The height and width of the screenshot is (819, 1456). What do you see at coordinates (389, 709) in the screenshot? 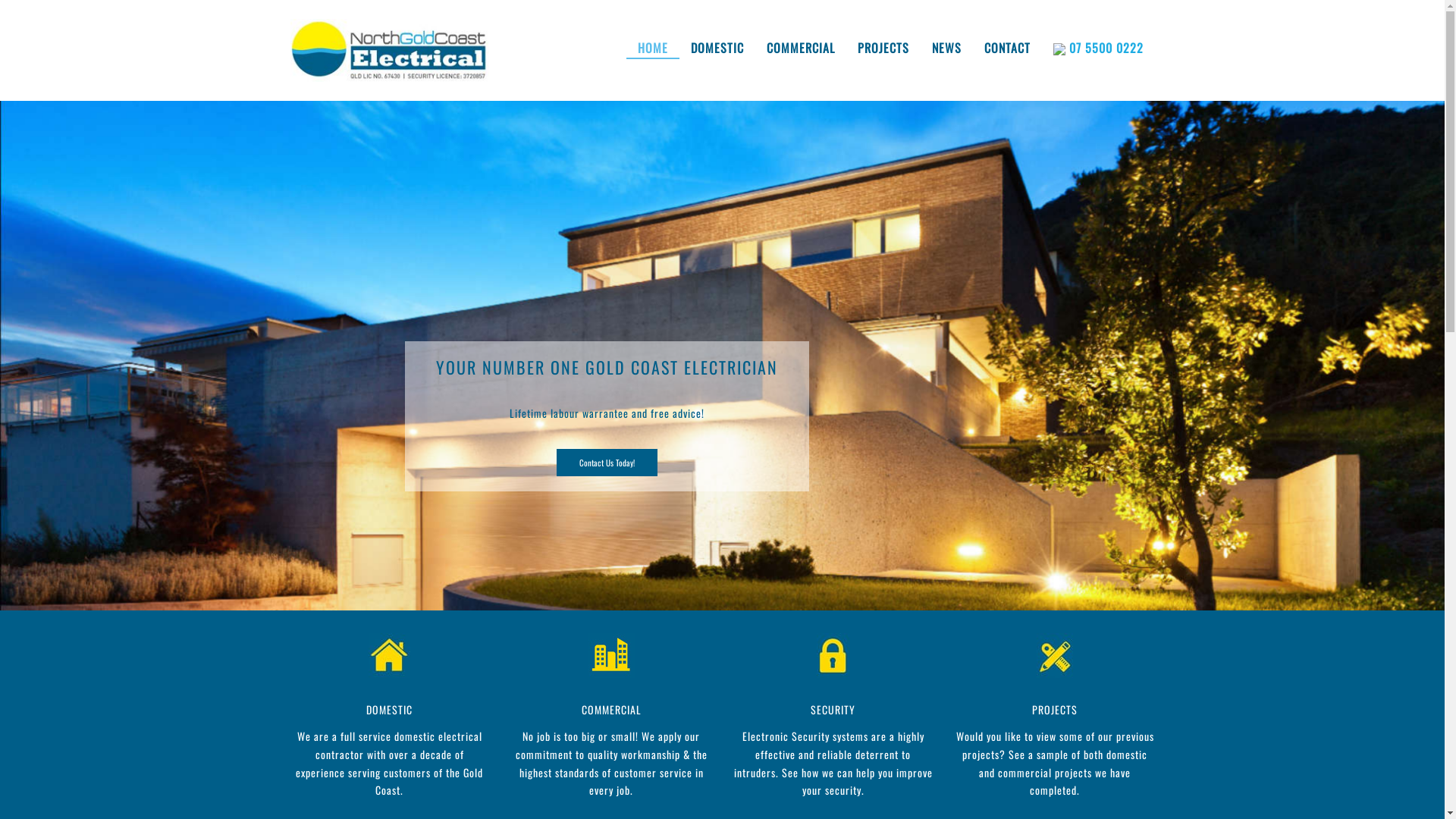
I see `'DOMESTIC'` at bounding box center [389, 709].